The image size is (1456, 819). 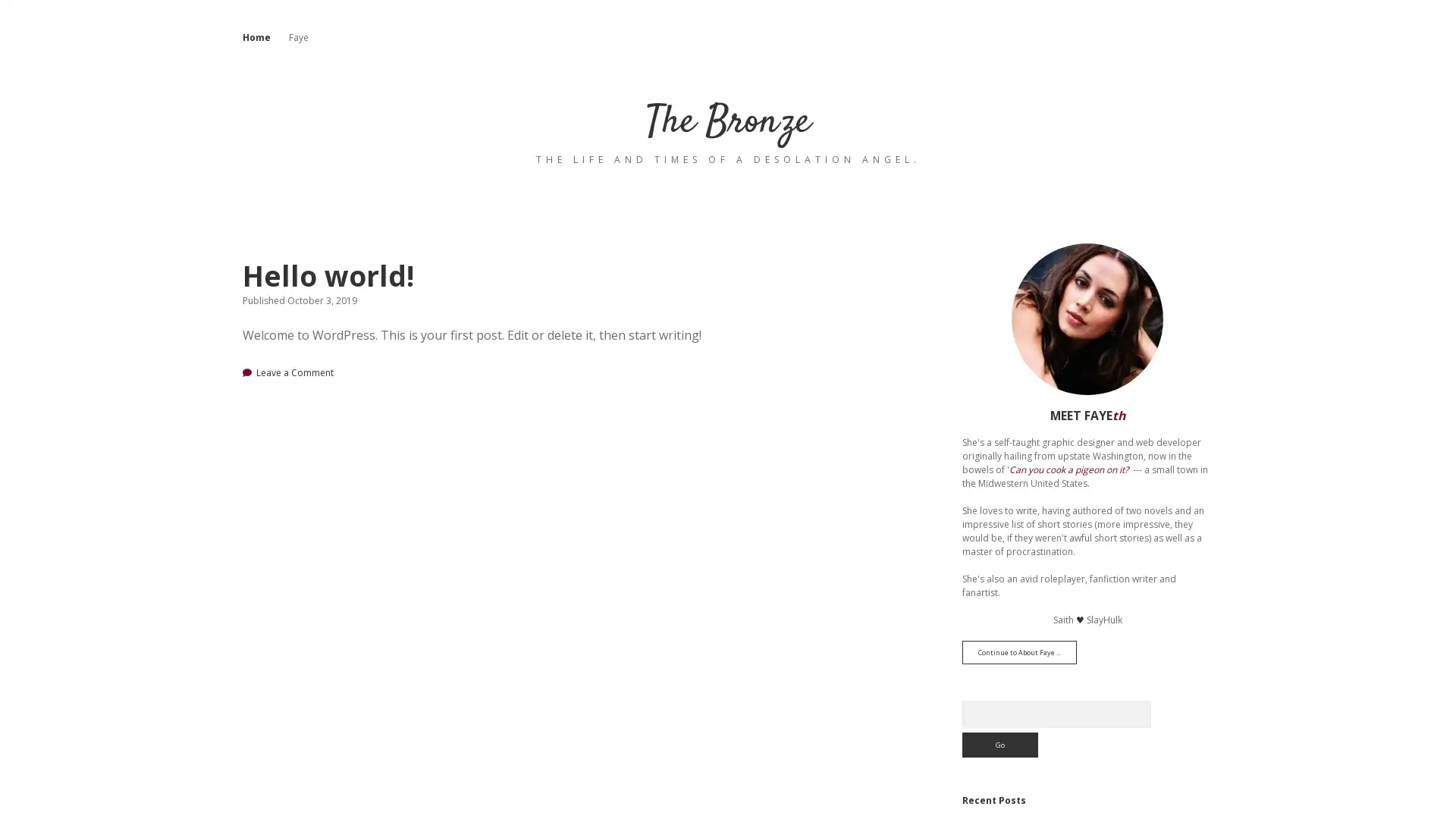 I want to click on Go, so click(x=999, y=744).